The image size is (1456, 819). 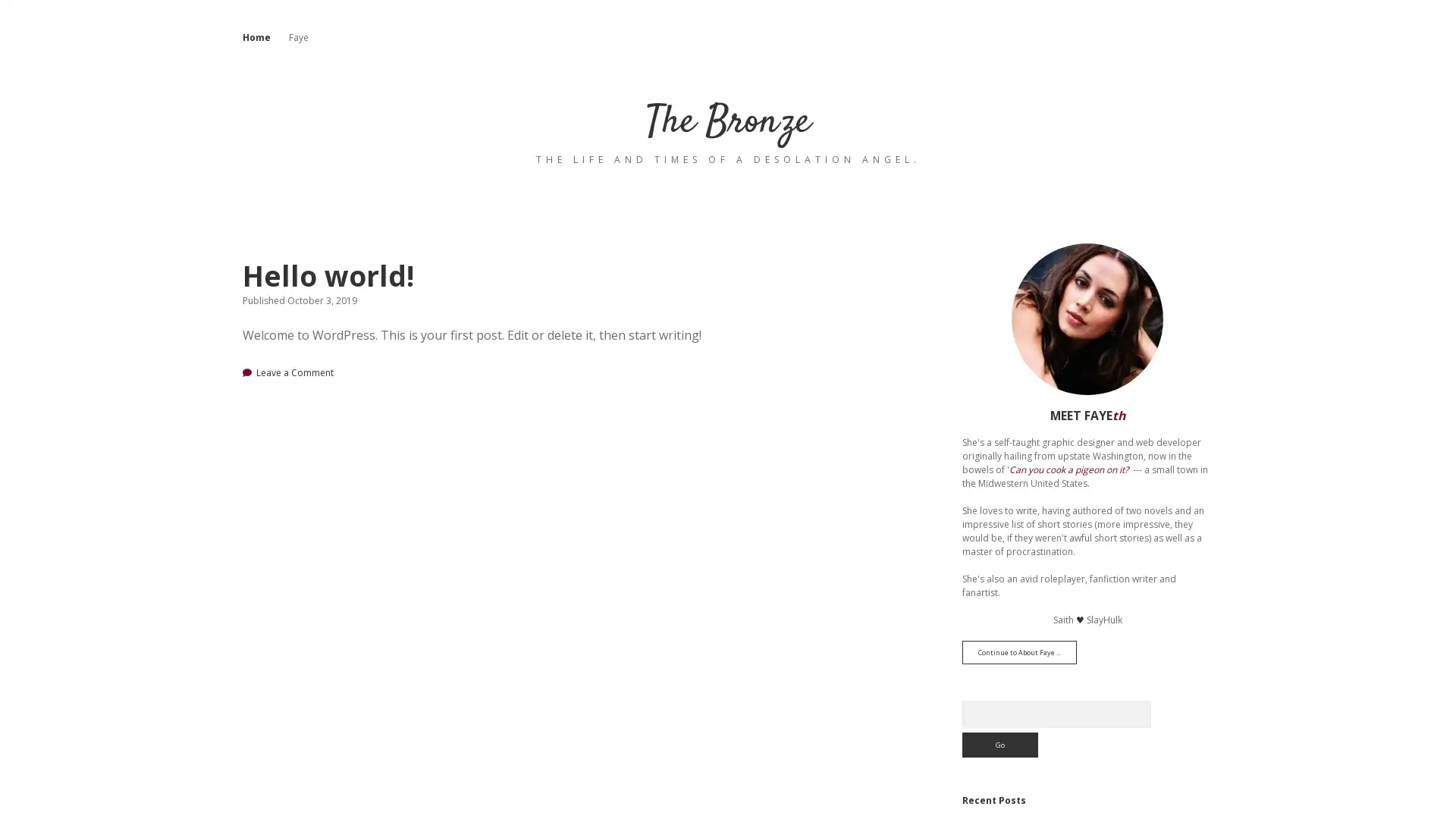 I want to click on Go, so click(x=999, y=744).